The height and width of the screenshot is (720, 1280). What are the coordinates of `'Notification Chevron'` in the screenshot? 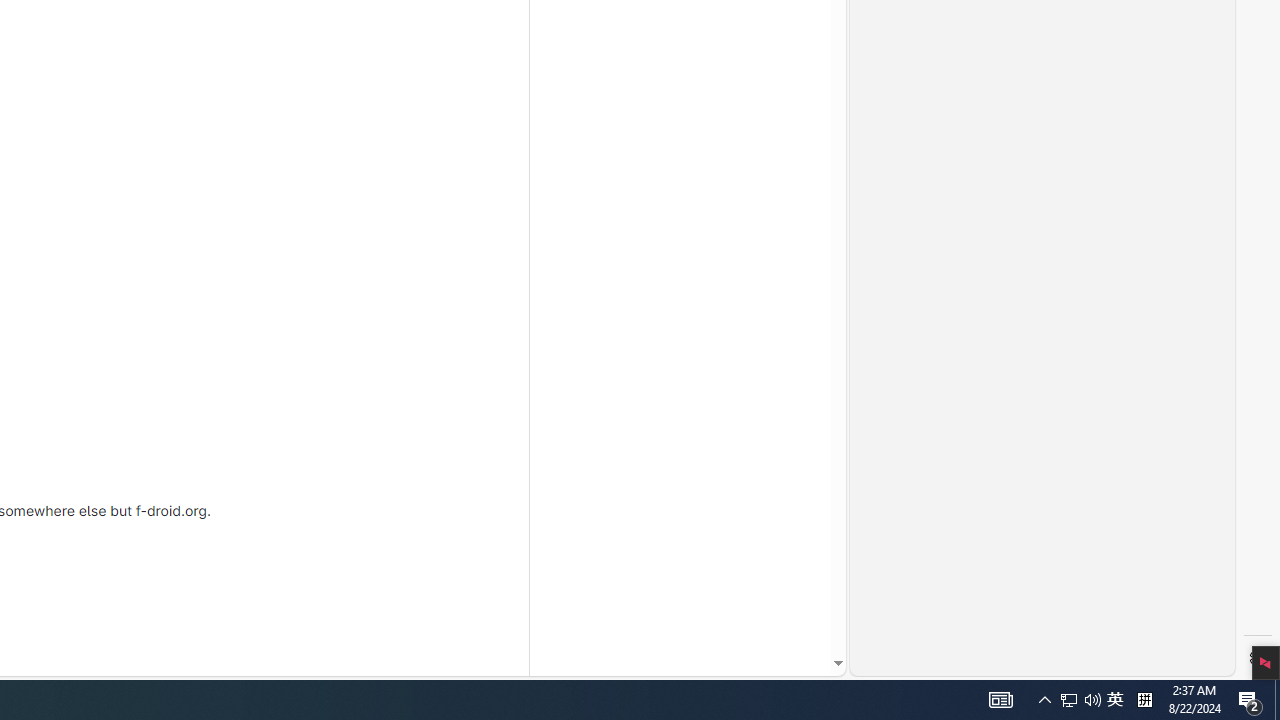 It's located at (1044, 698).